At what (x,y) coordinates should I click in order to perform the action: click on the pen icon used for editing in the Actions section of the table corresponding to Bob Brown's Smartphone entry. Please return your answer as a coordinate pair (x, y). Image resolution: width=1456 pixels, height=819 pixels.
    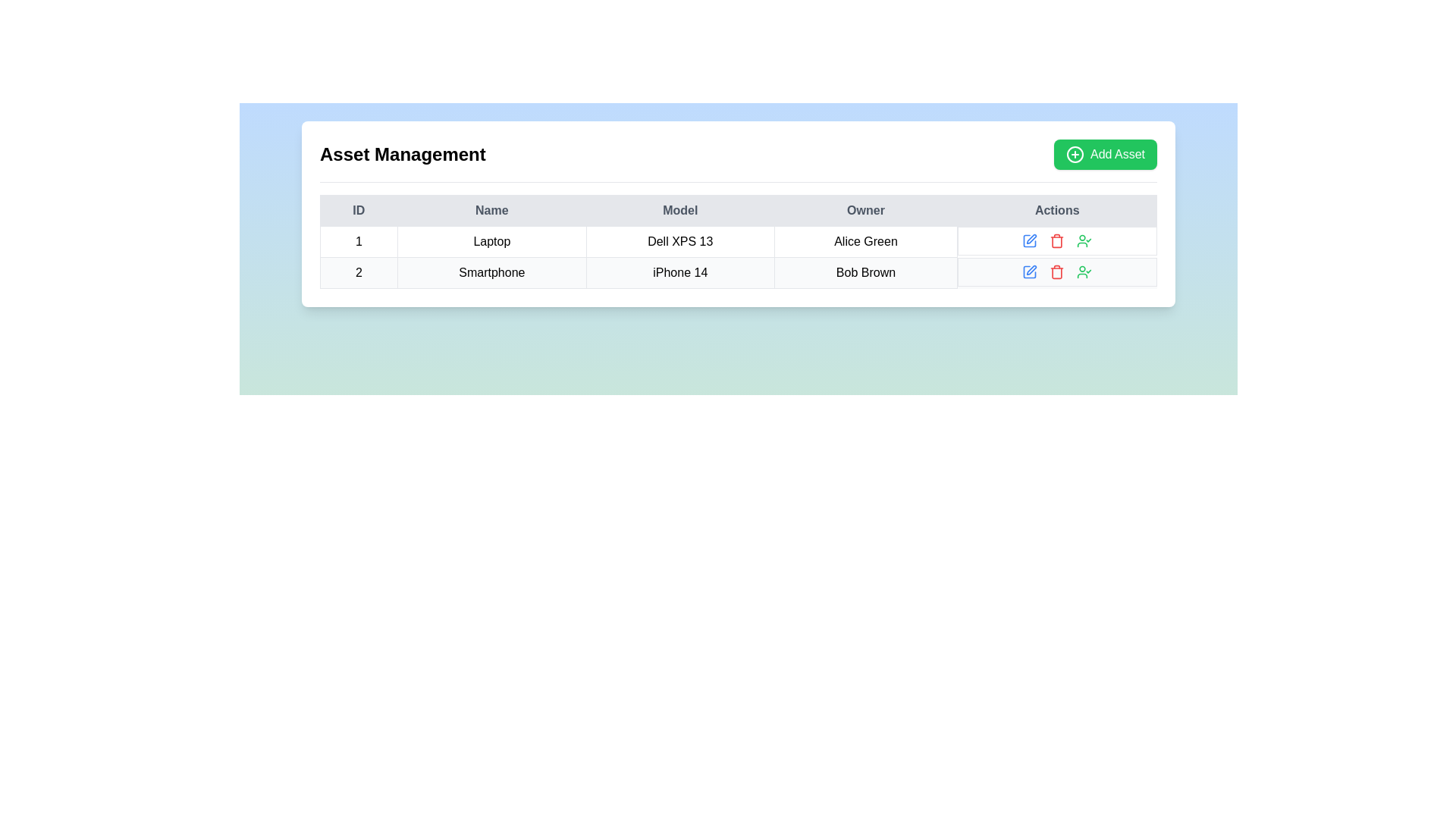
    Looking at the image, I should click on (1031, 268).